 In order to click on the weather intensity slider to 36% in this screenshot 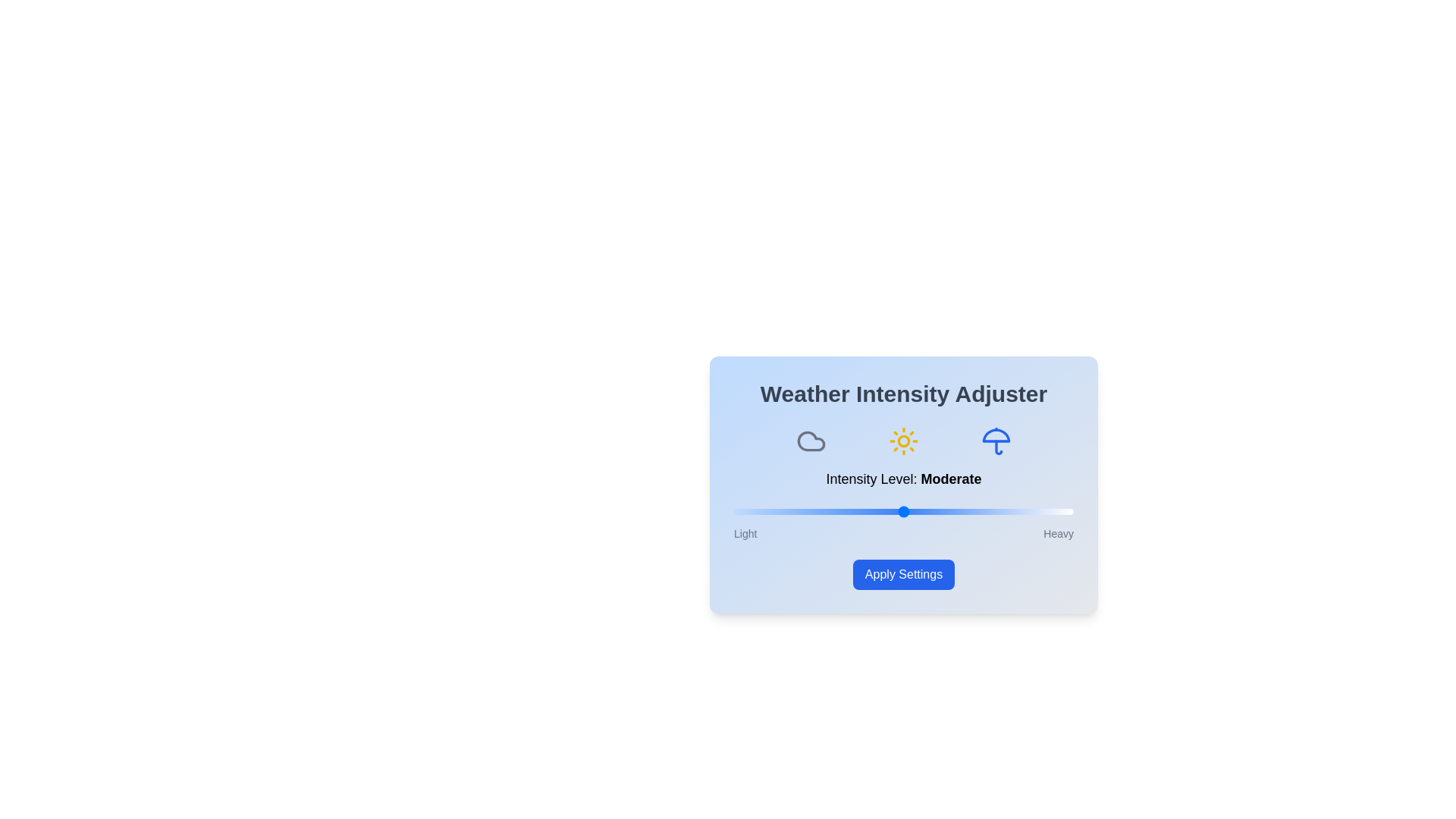, I will do `click(856, 512)`.